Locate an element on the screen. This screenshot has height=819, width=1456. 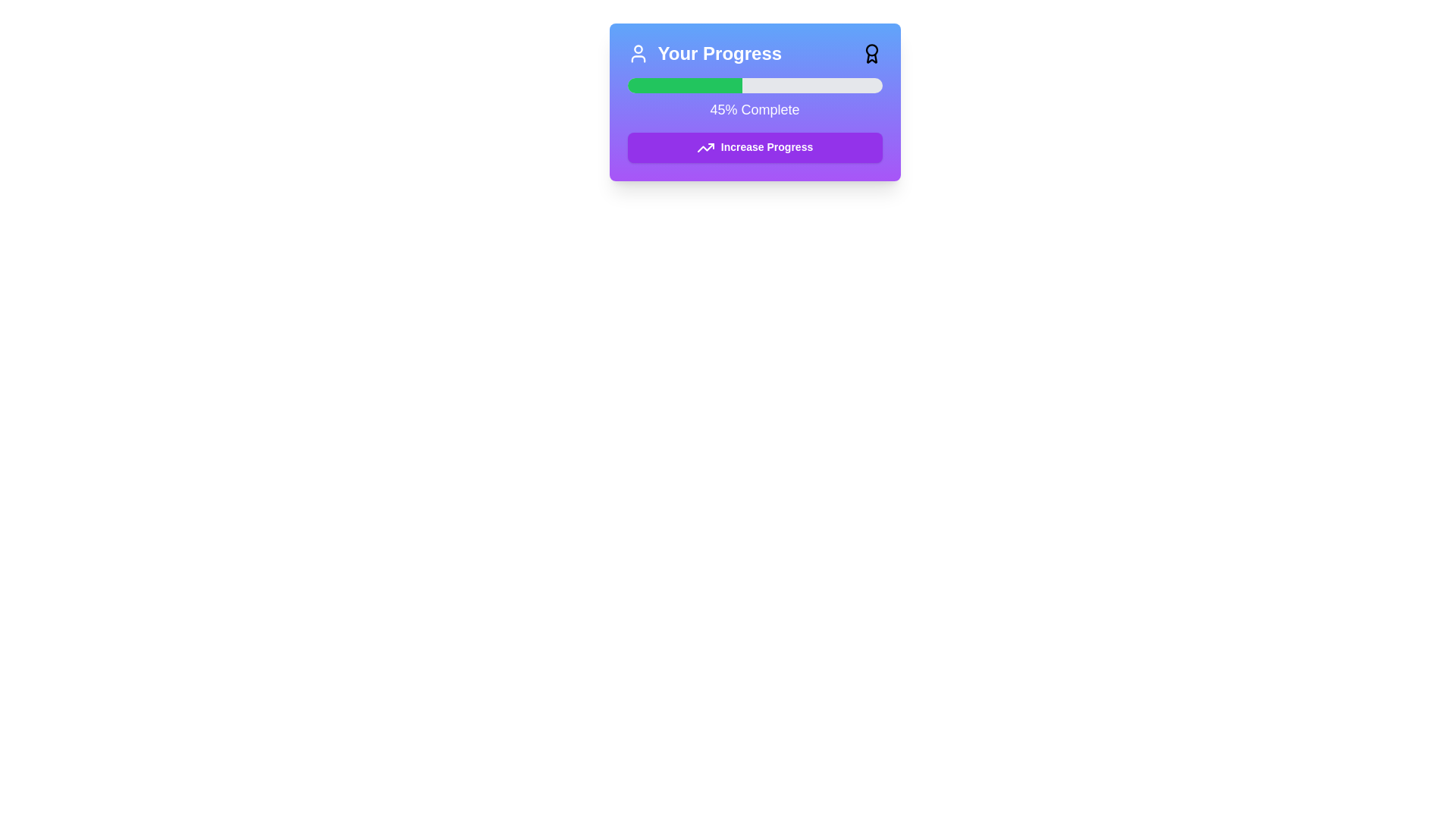
the small circular decorative element located at the top-right corner of the user icon within the progress card is located at coordinates (638, 49).